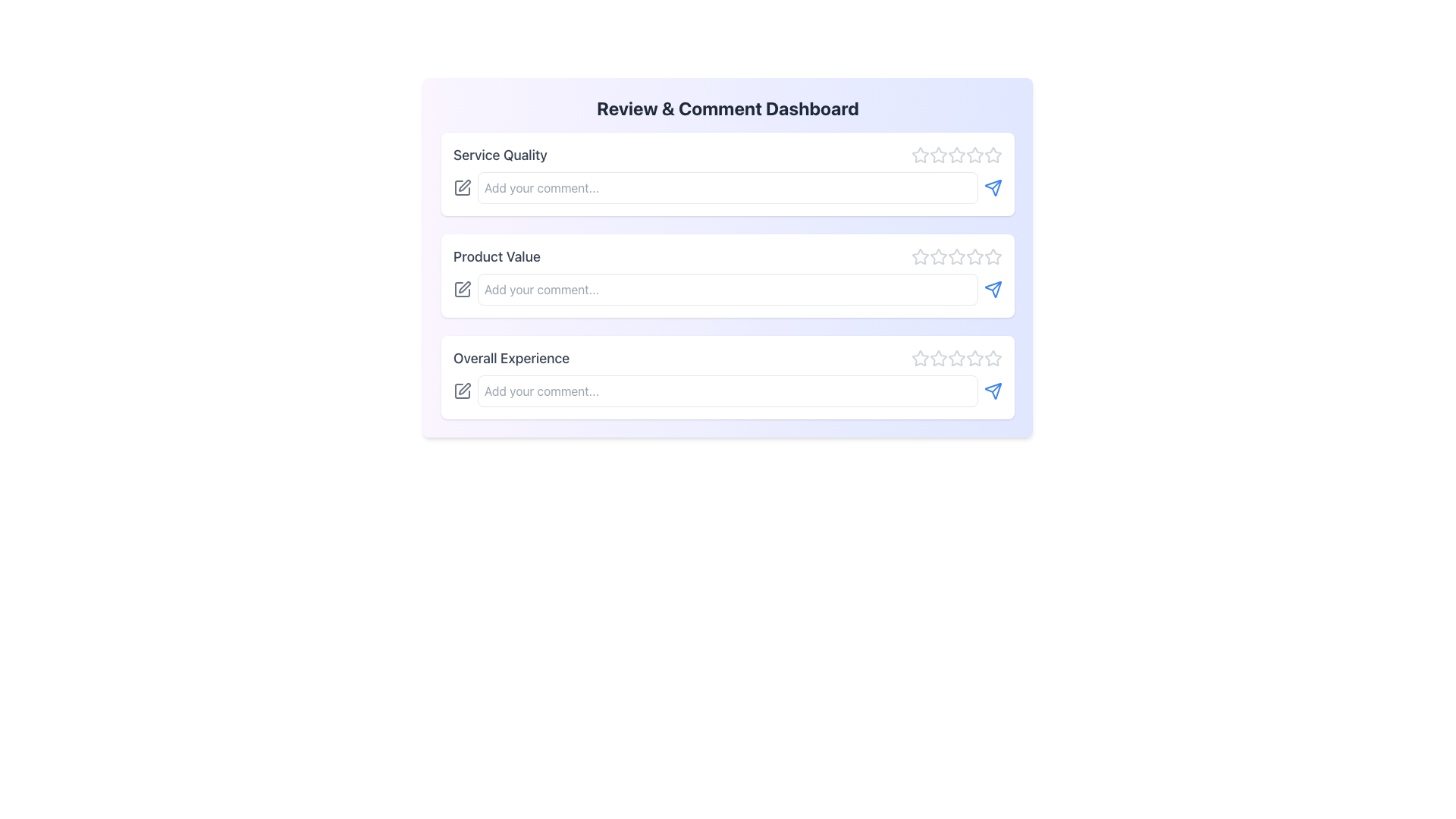 This screenshot has height=819, width=1456. Describe the element at coordinates (993, 289) in the screenshot. I see `the send button icon located at the right edge of the 'Product Value' comment section` at that location.